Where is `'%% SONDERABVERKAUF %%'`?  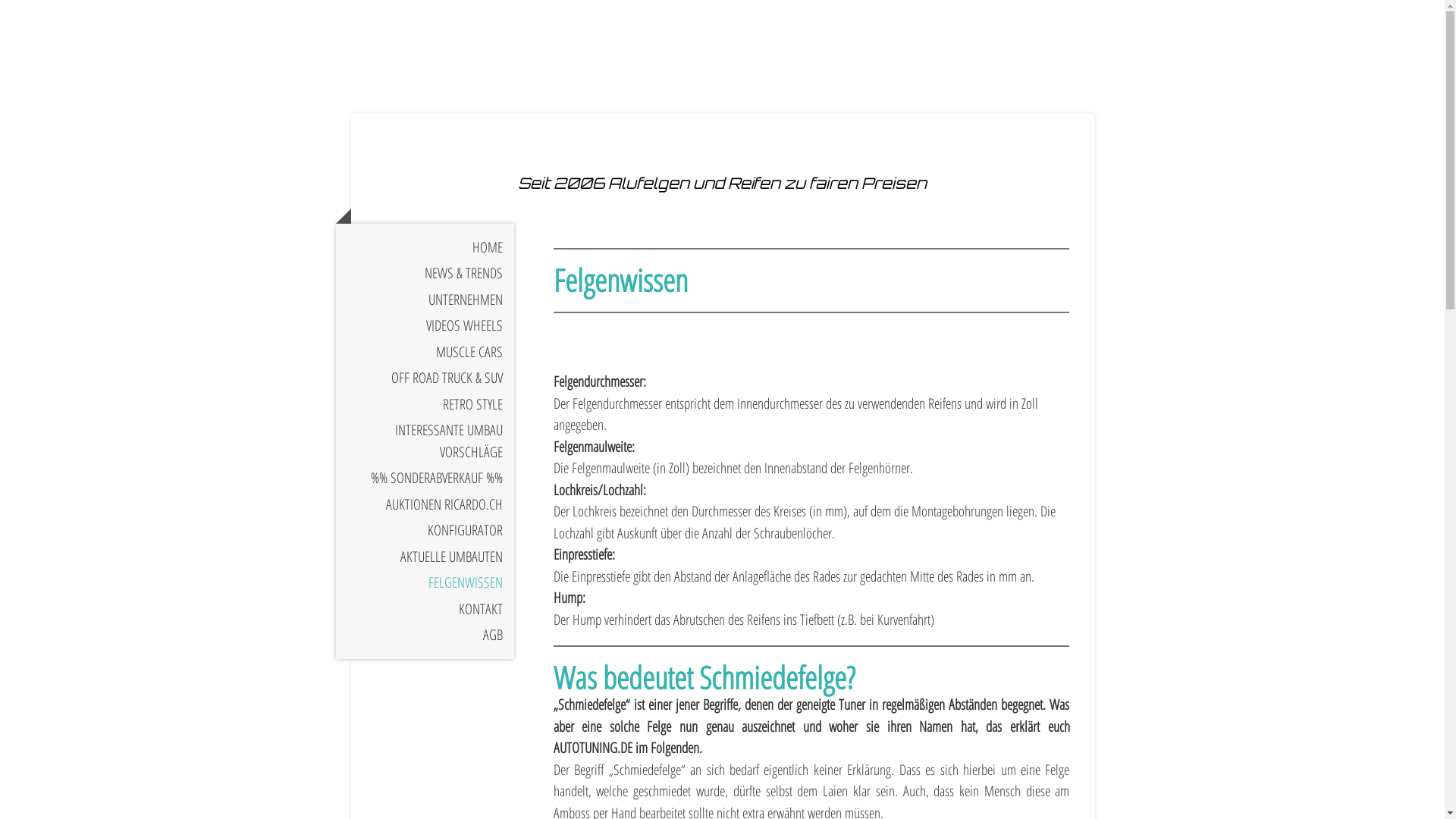
'%% SONDERABVERKAUF %%' is located at coordinates (424, 478).